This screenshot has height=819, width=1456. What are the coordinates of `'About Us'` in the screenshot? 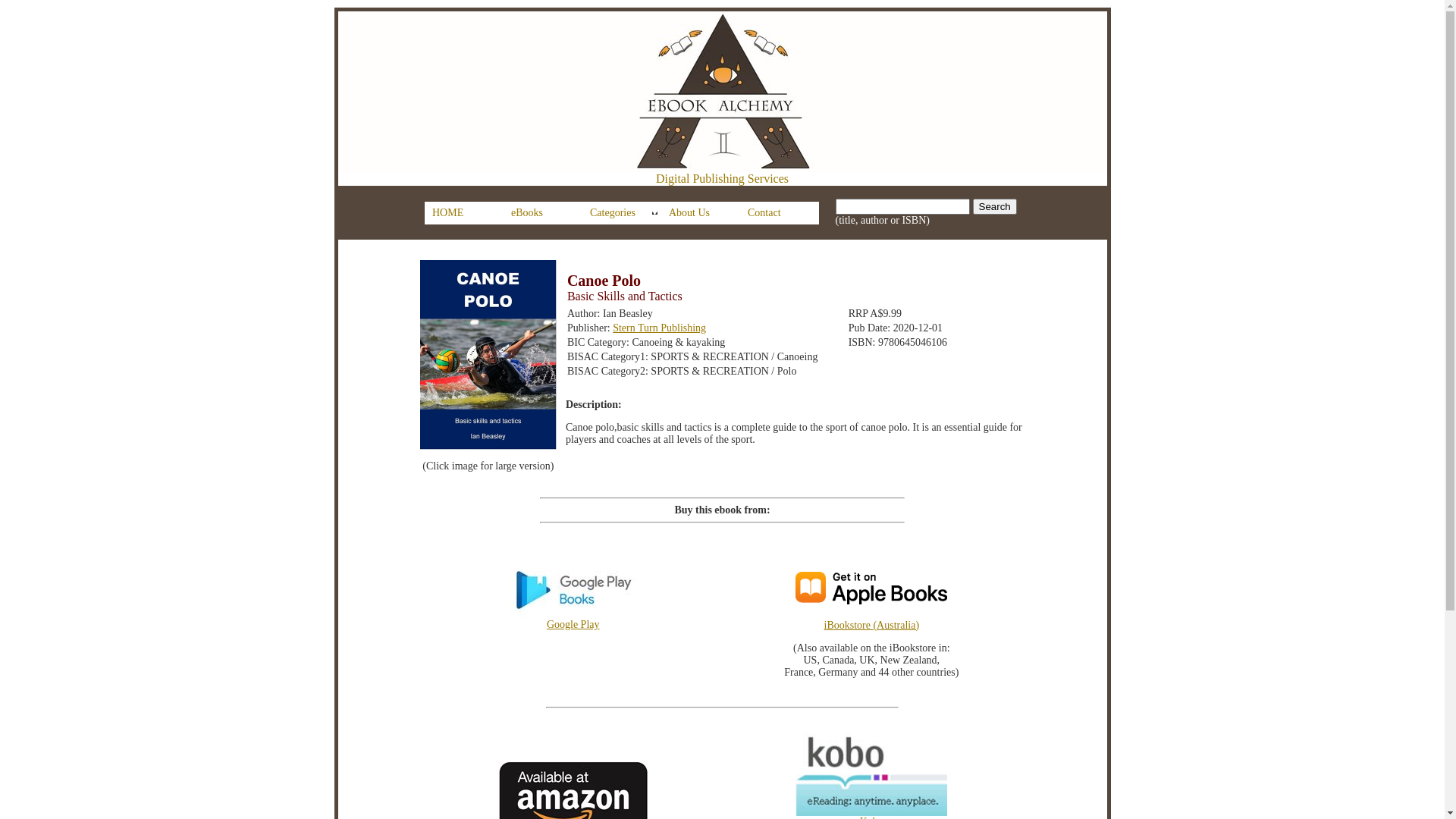 It's located at (699, 213).